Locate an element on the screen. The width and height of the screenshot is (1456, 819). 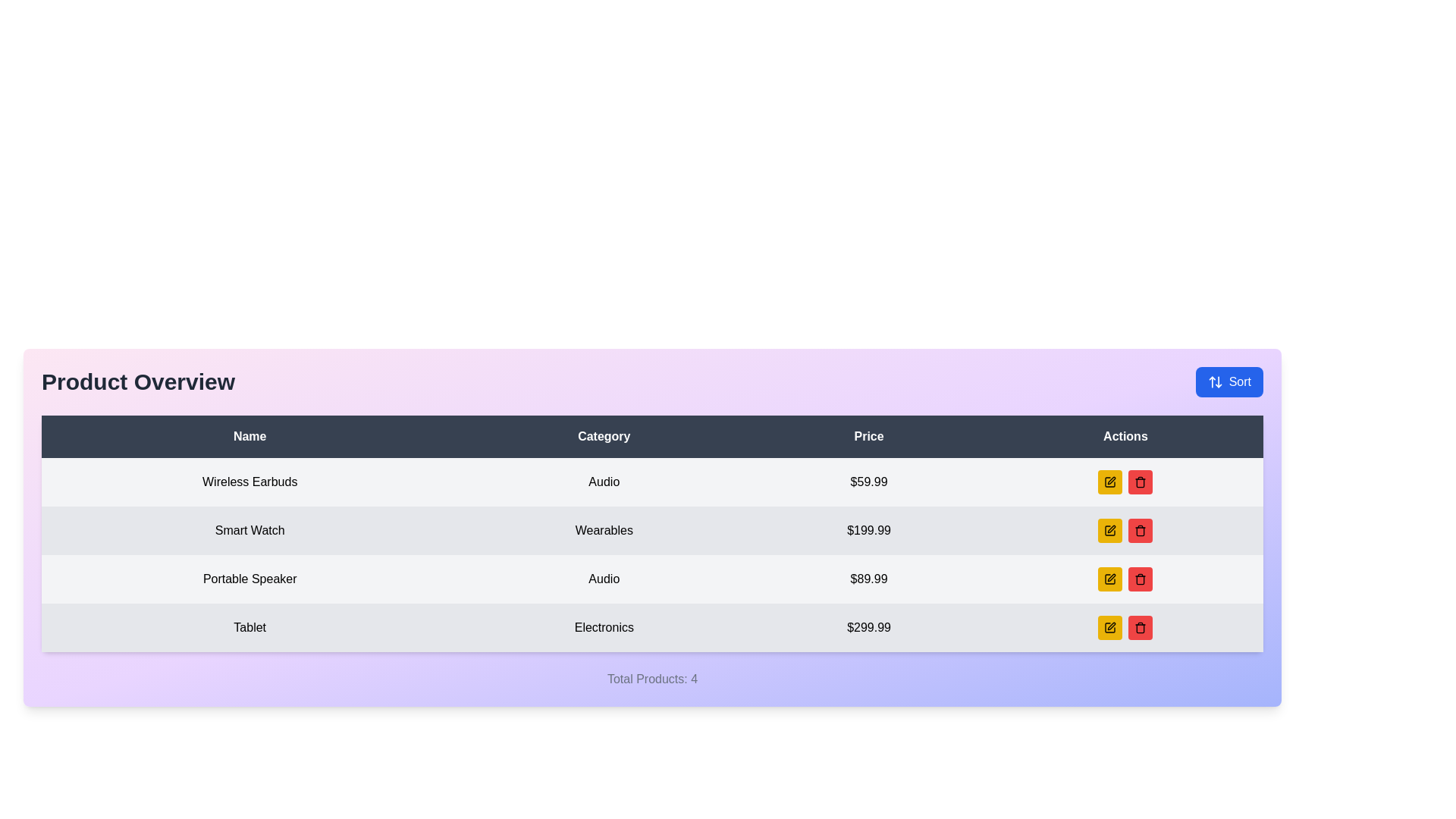
the trash can icon located in the Actions column of the table is located at coordinates (1141, 580).